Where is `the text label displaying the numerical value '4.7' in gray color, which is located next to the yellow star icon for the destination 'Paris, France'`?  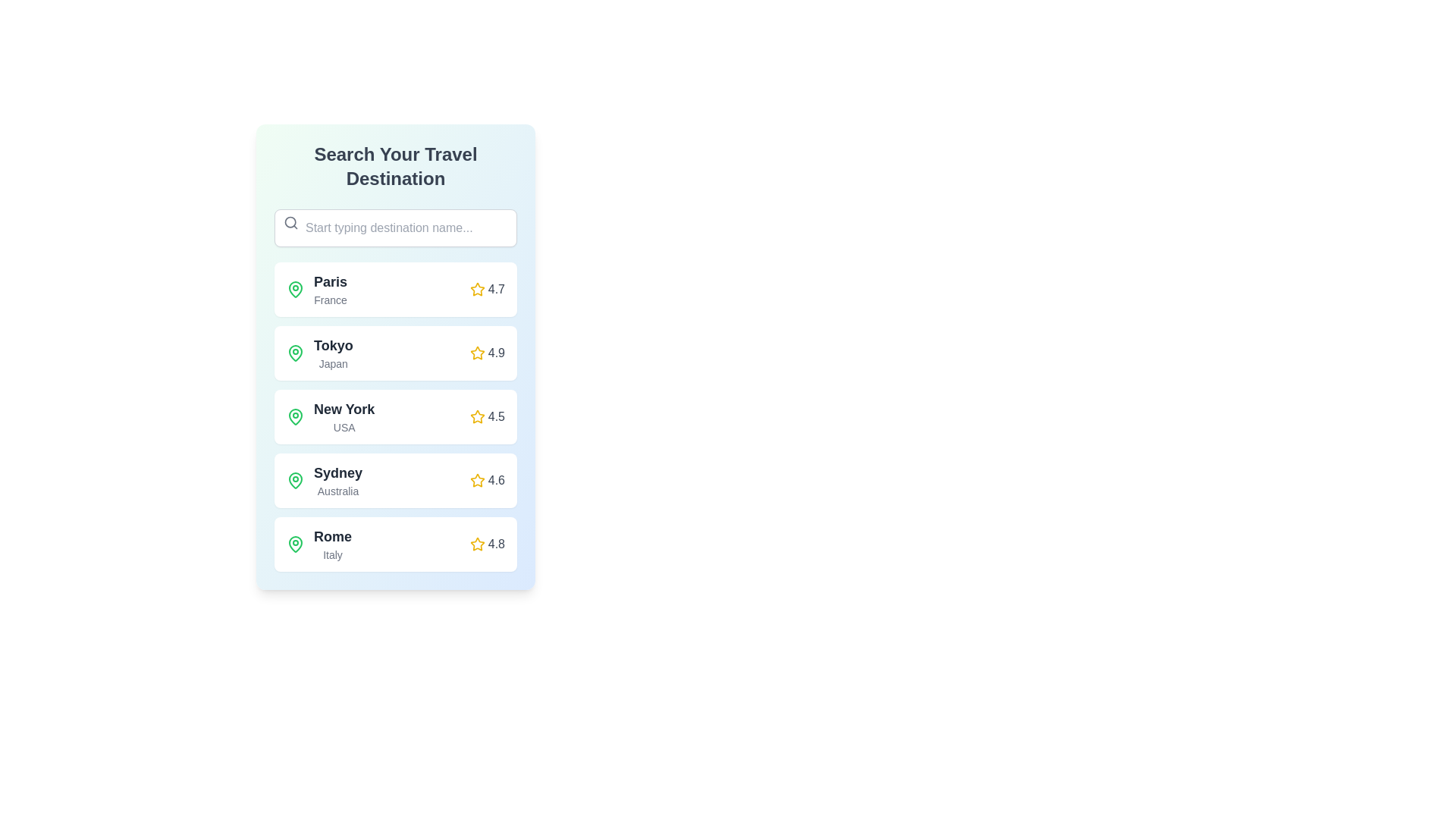
the text label displaying the numerical value '4.7' in gray color, which is located next to the yellow star icon for the destination 'Paris, France' is located at coordinates (496, 289).